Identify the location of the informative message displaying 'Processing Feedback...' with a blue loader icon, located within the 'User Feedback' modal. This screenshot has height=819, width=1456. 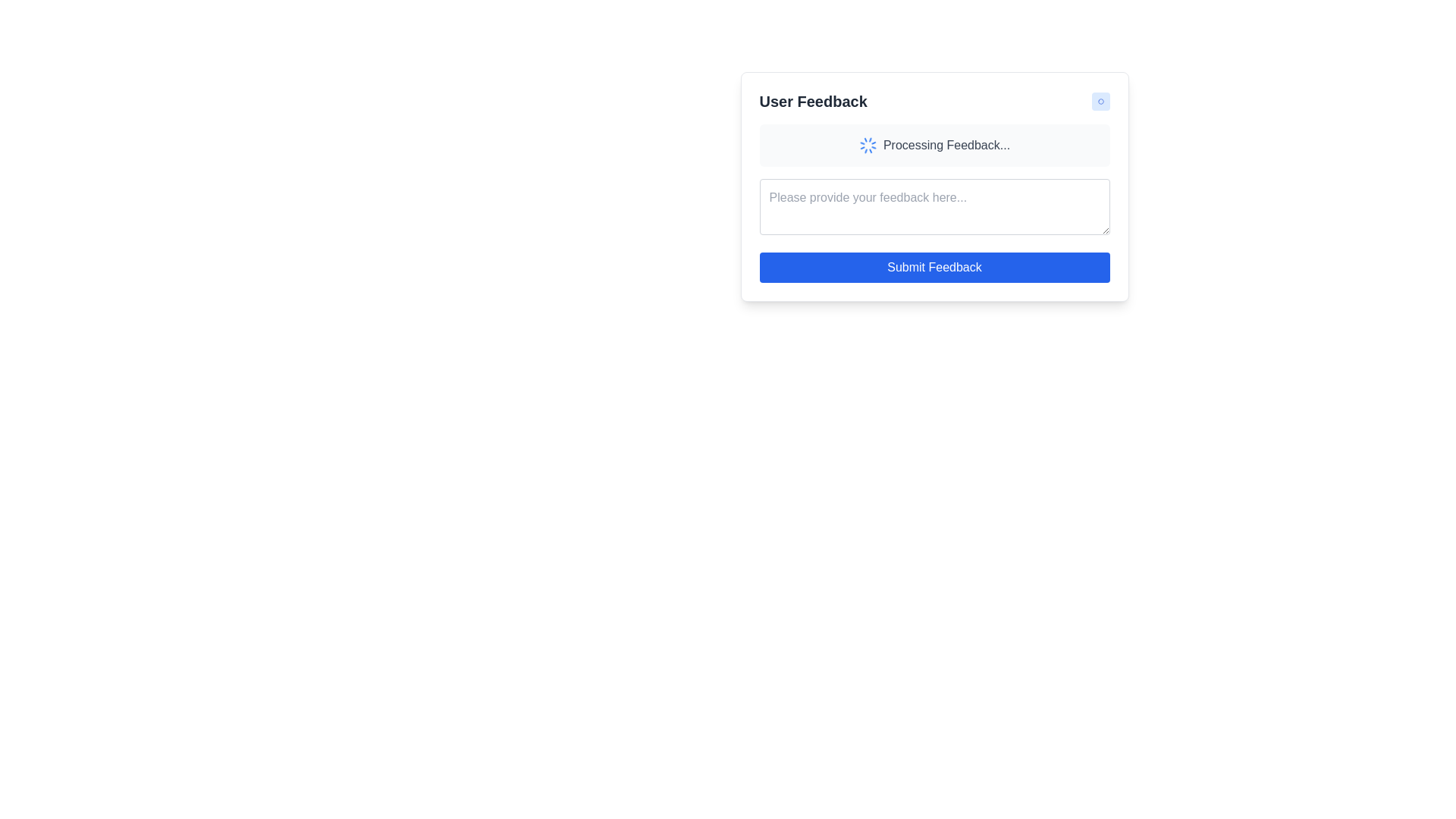
(934, 146).